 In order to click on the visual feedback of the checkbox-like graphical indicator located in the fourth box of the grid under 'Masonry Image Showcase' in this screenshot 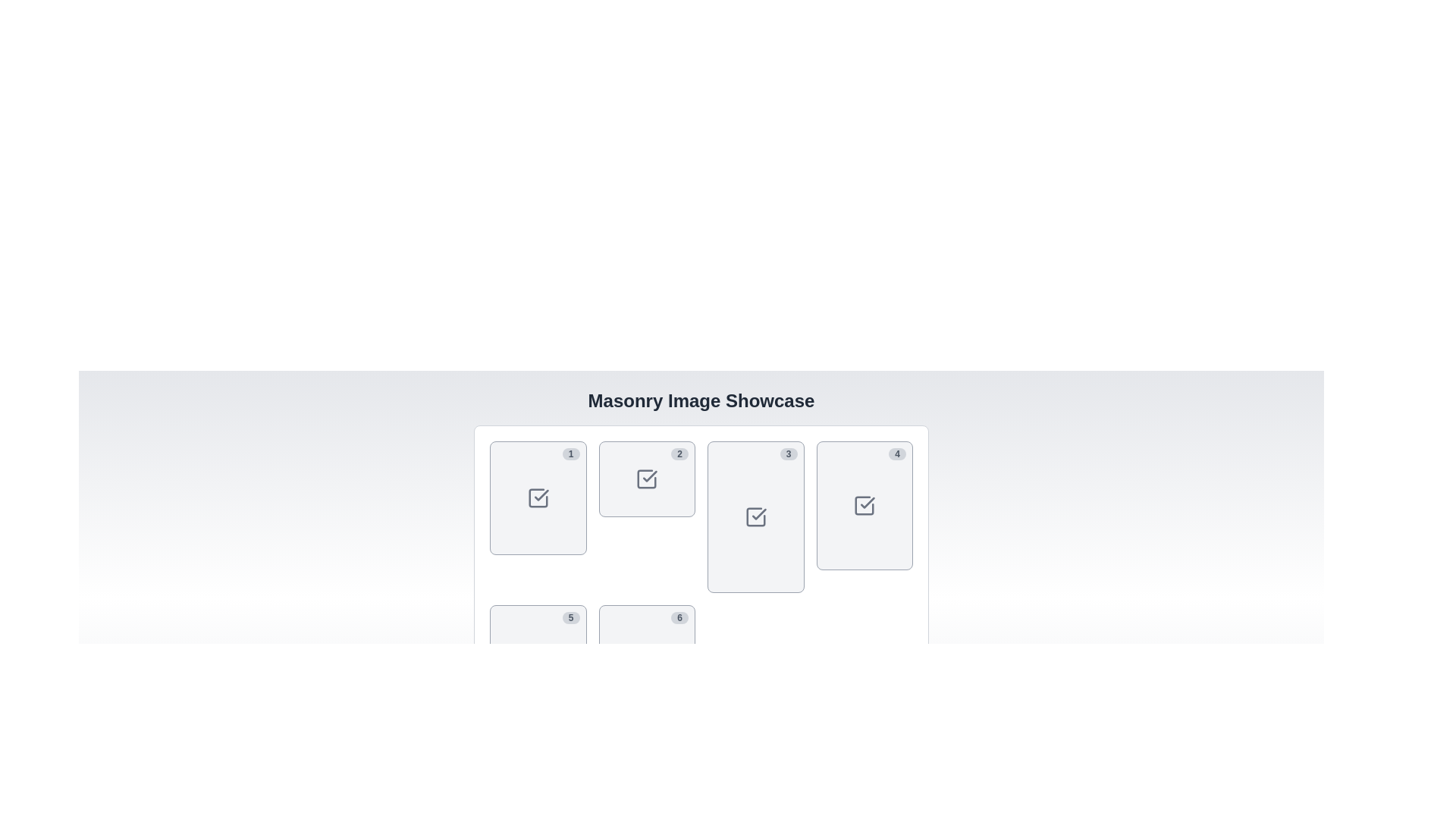, I will do `click(864, 506)`.